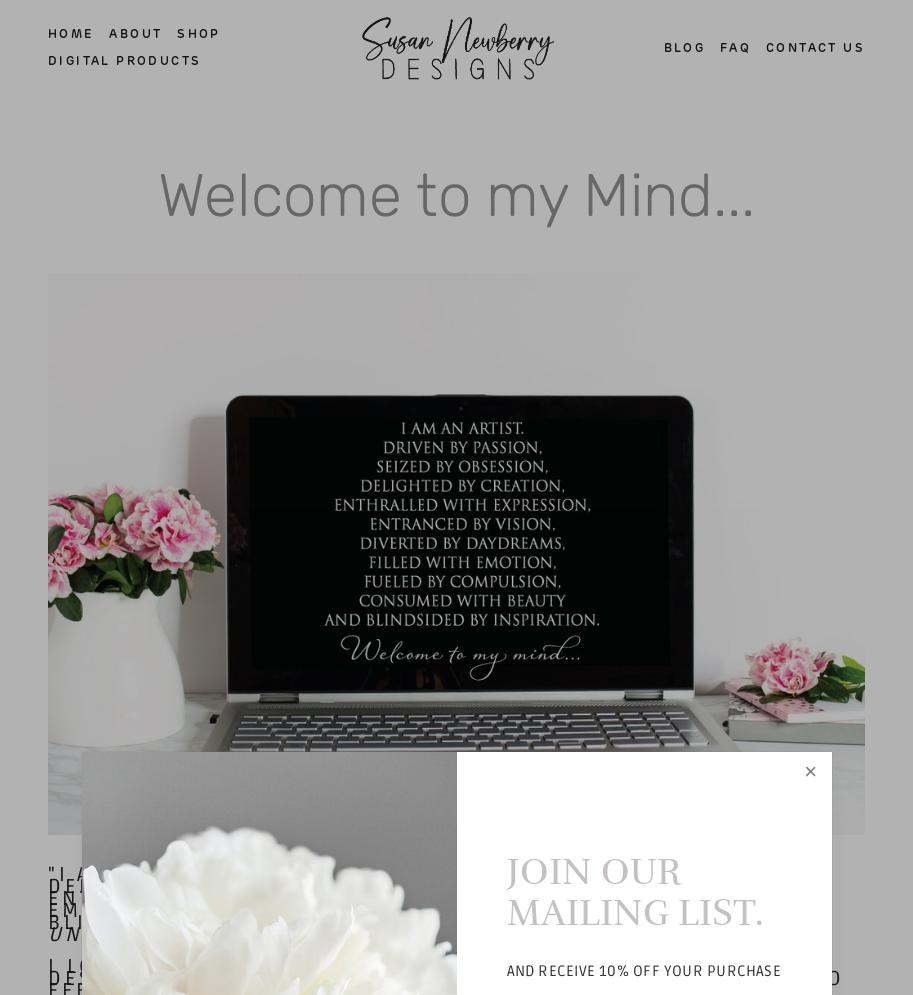 The height and width of the screenshot is (995, 913). I want to click on '"I am an artist. Driven by passion, seized by obsession, delighted by creation, enthralled with expression, entranced by vision, diverted by daydreams, filled with emotion, fueled by compulsion, consumed with beauty and blindsided by inspiration. WELCOME TO MY MIND…" -', so click(440, 896).